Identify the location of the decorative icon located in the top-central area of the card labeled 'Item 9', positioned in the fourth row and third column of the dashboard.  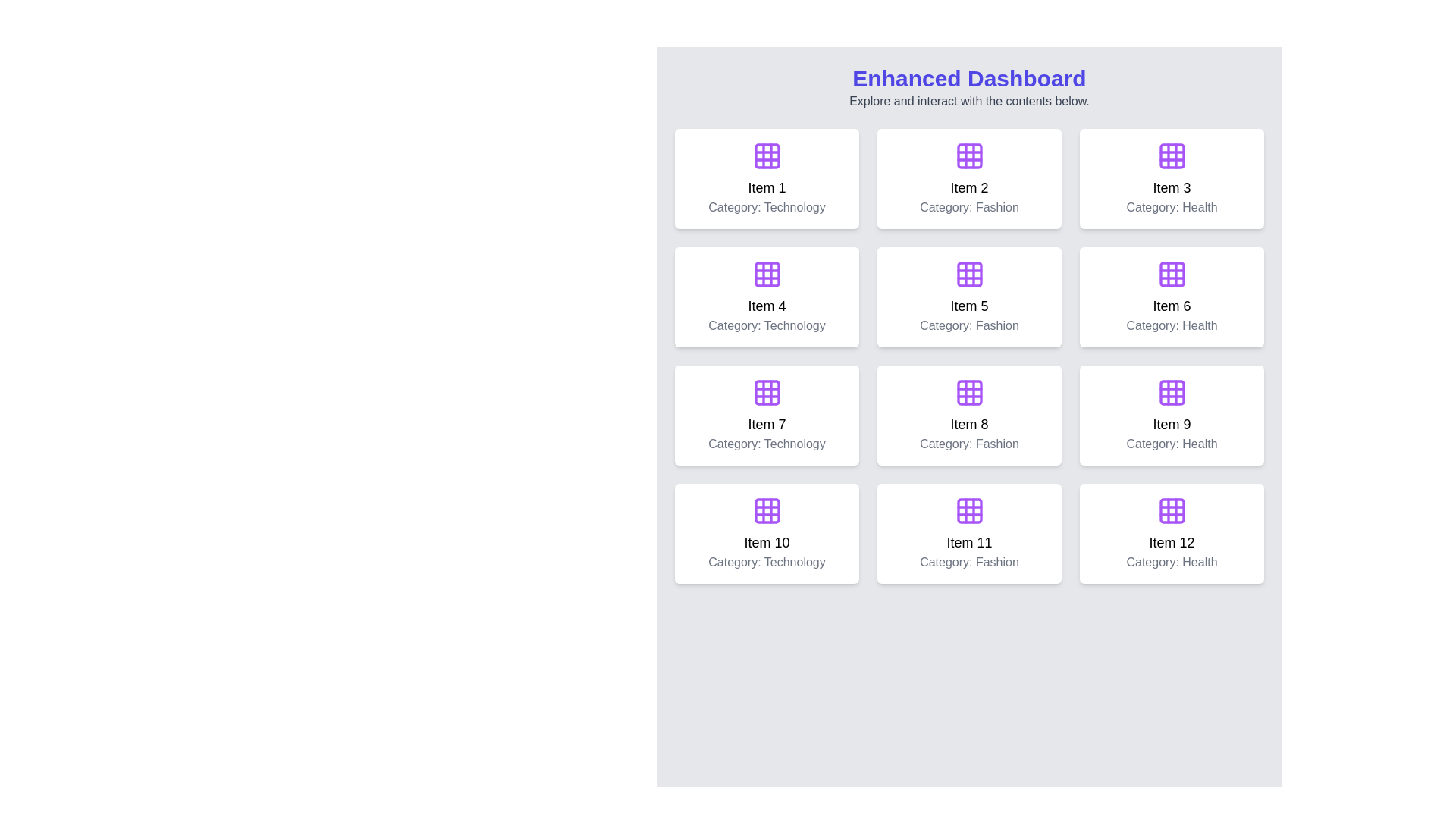
(1171, 391).